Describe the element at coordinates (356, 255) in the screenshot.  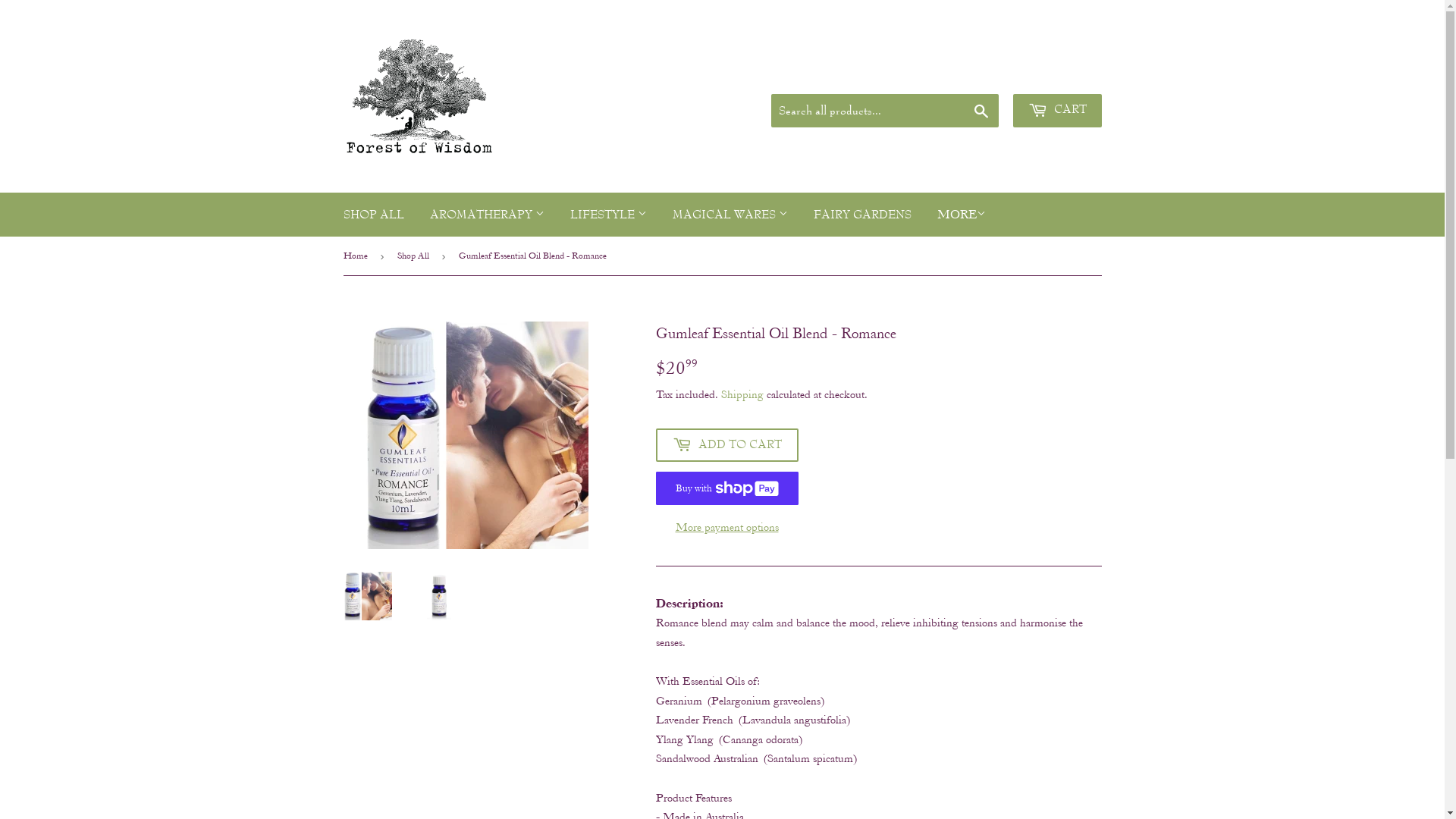
I see `'Home'` at that location.